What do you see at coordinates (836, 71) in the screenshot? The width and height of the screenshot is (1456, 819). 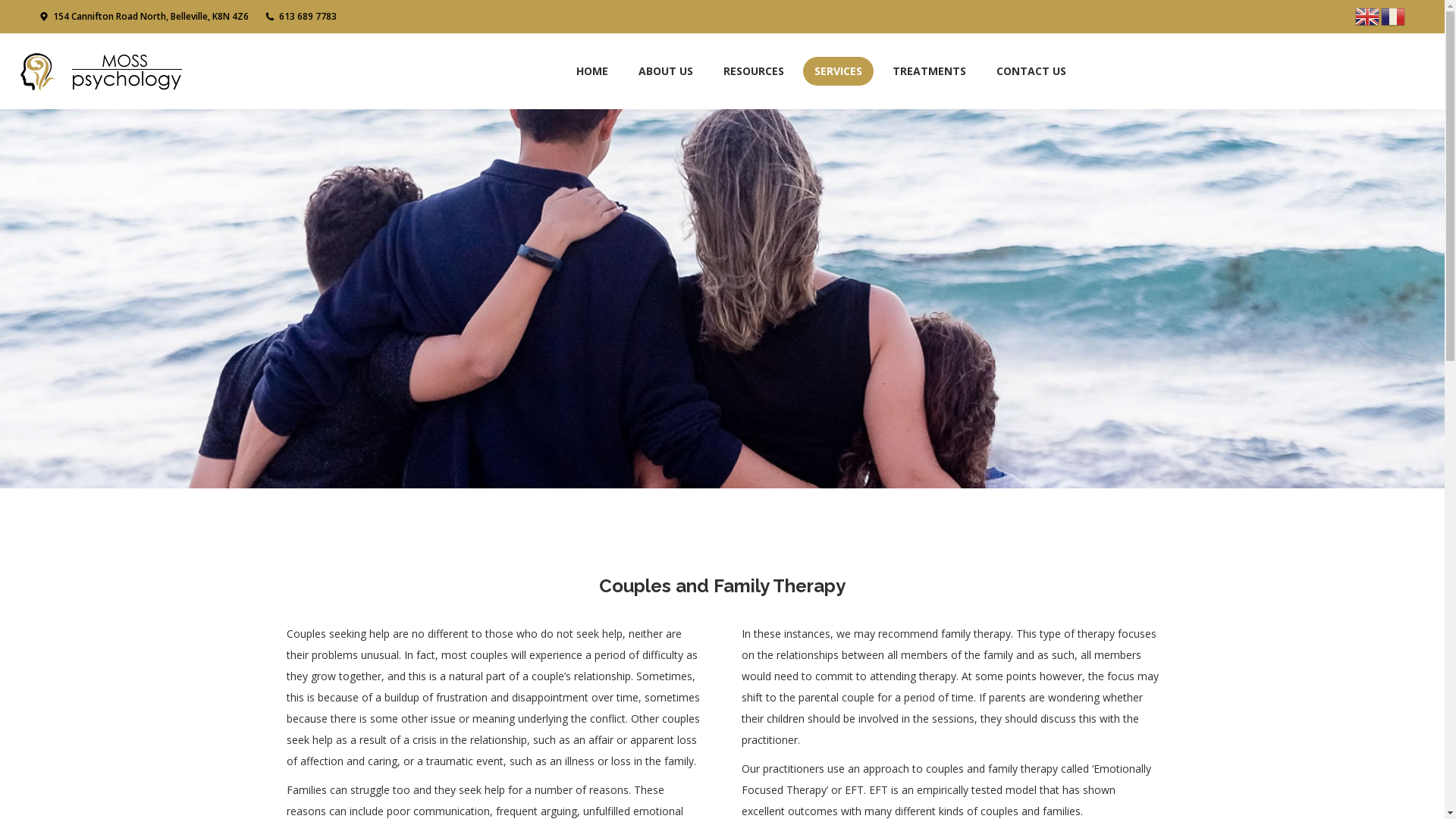 I see `'SERVICES'` at bounding box center [836, 71].